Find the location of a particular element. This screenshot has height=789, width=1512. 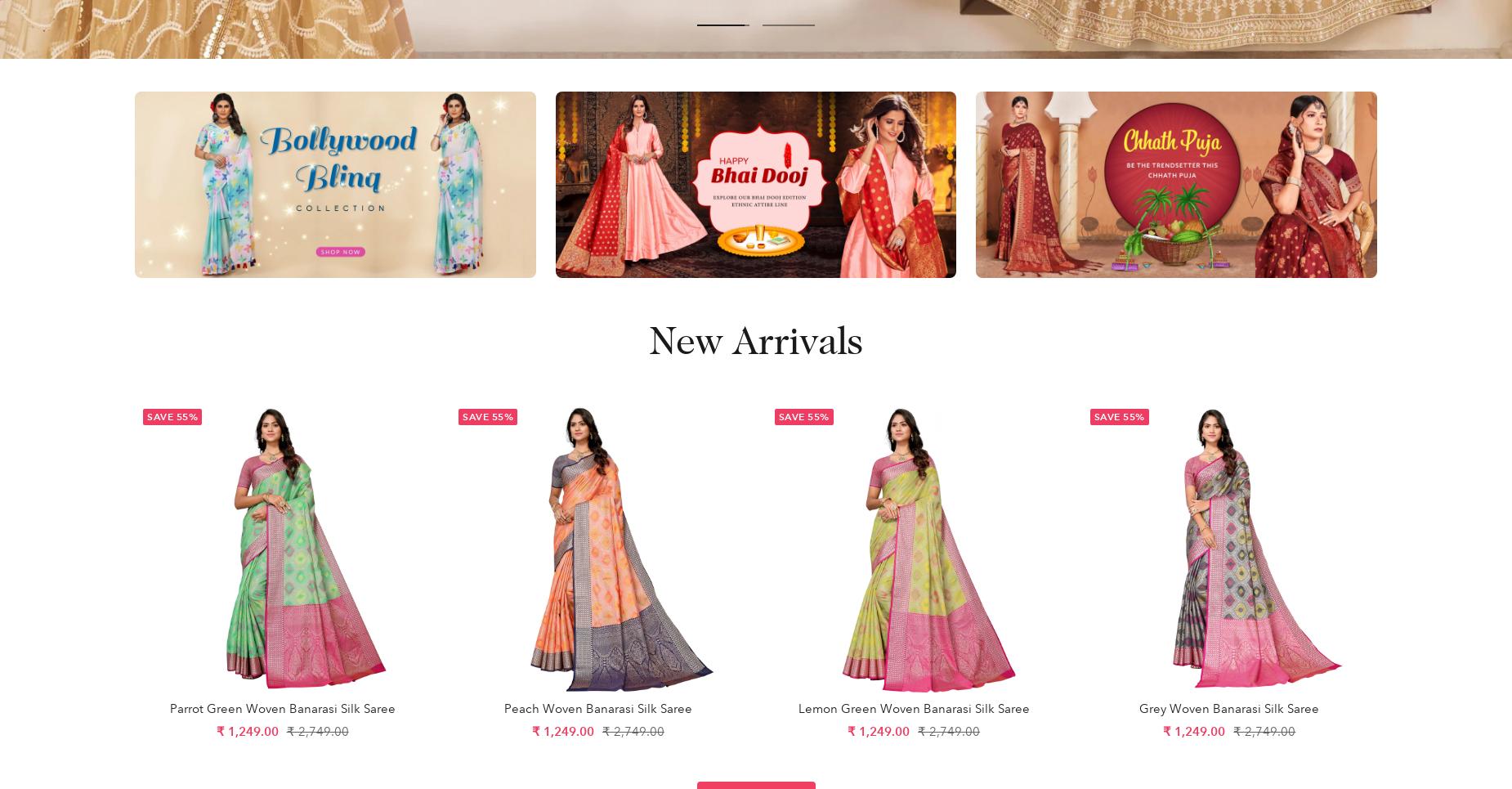

'Lemon Green Woven Banarasi Silk Saree' is located at coordinates (797, 707).